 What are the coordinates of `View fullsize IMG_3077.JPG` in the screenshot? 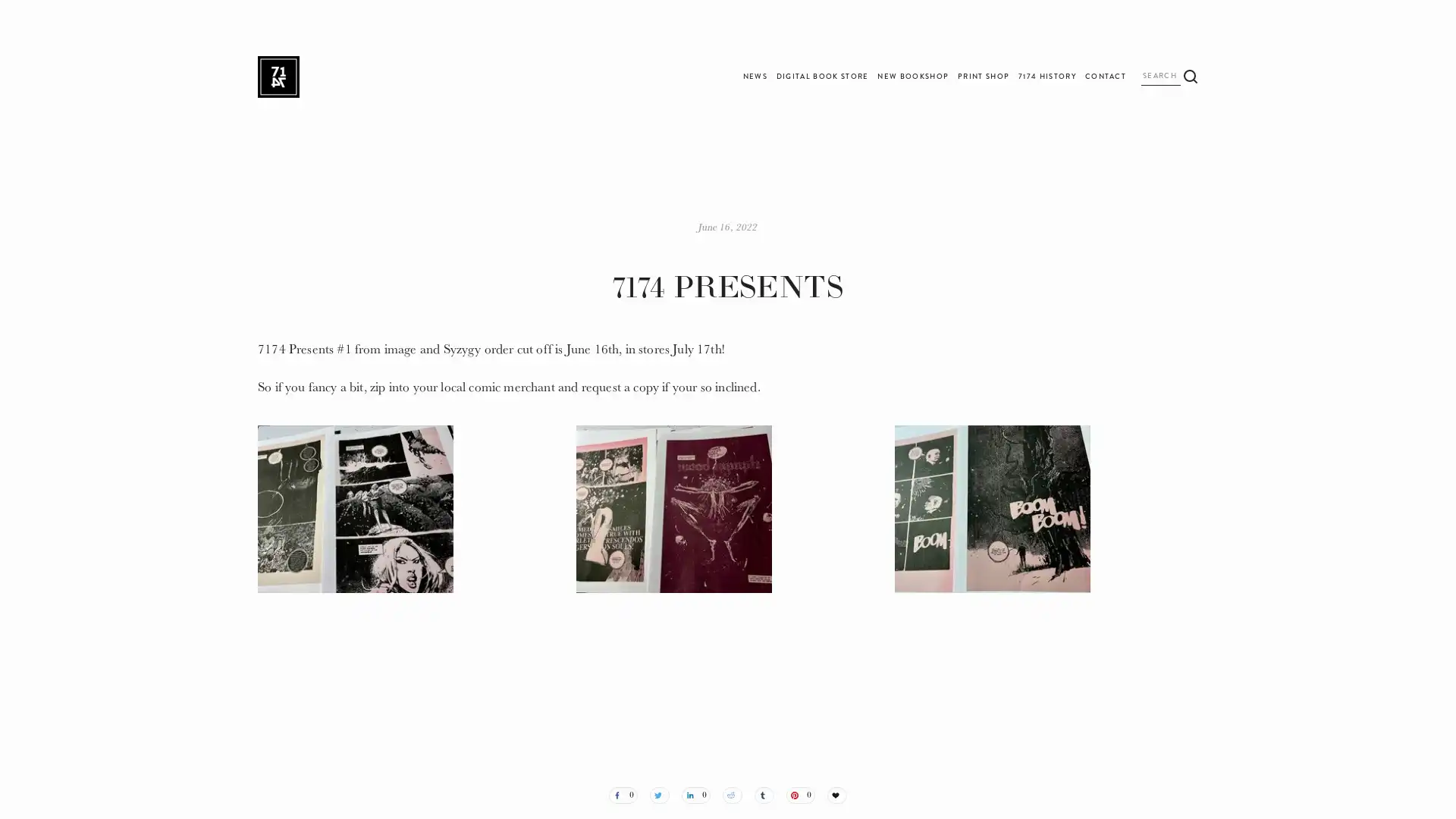 It's located at (409, 576).